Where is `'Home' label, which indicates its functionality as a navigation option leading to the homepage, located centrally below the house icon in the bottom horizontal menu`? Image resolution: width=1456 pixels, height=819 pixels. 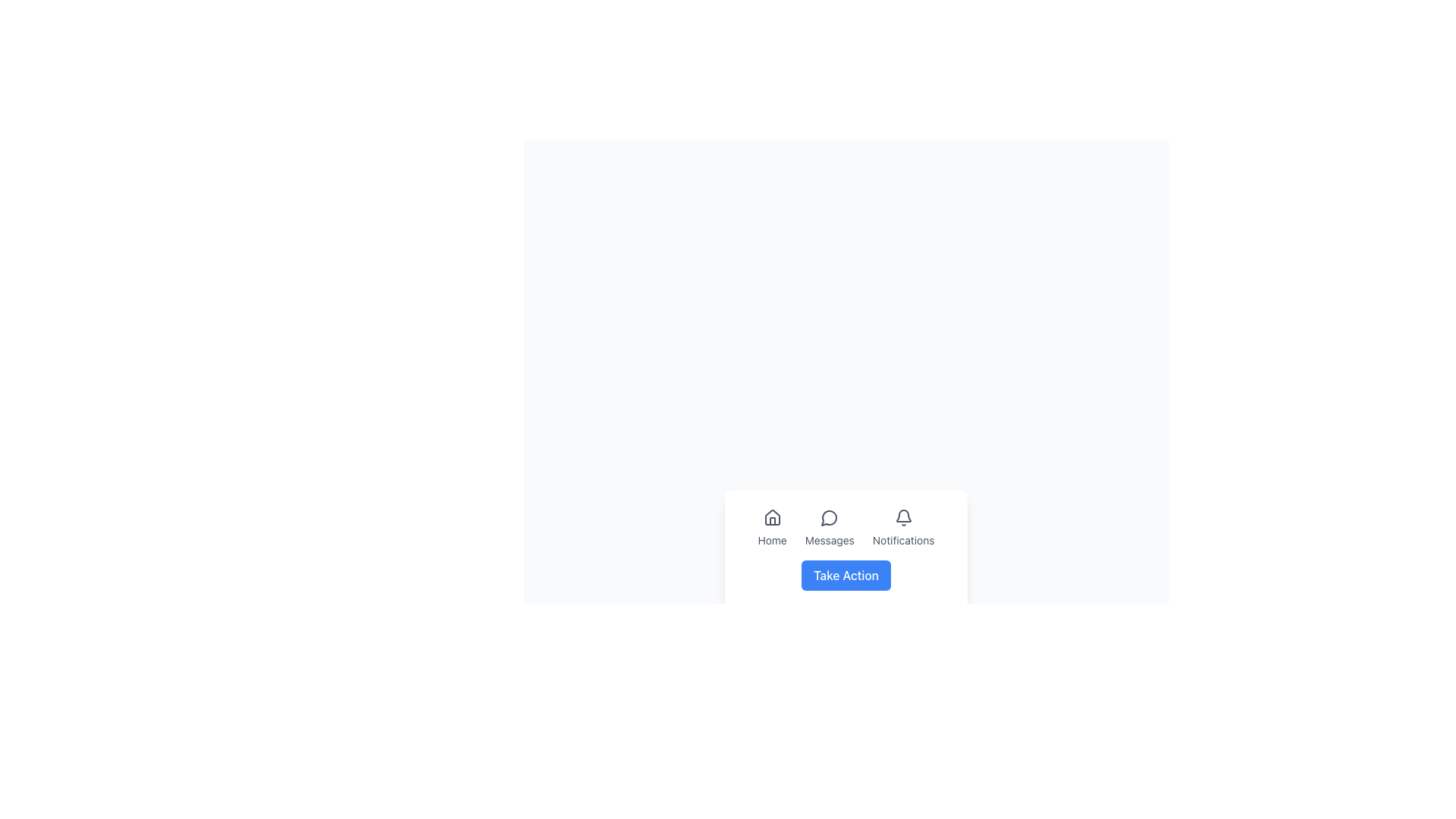
'Home' label, which indicates its functionality as a navigation option leading to the homepage, located centrally below the house icon in the bottom horizontal menu is located at coordinates (772, 540).